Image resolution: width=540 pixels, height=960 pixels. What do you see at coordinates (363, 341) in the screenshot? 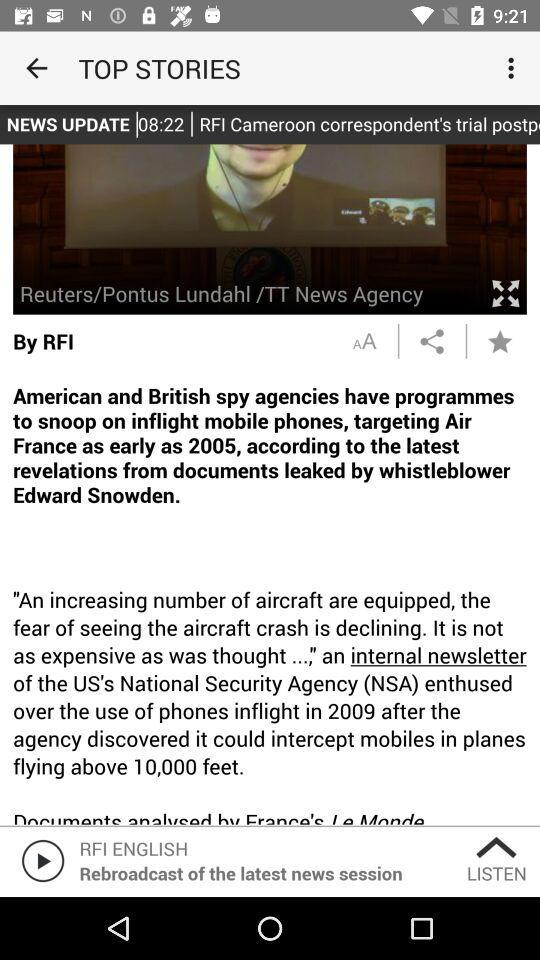
I see `the font icon` at bounding box center [363, 341].